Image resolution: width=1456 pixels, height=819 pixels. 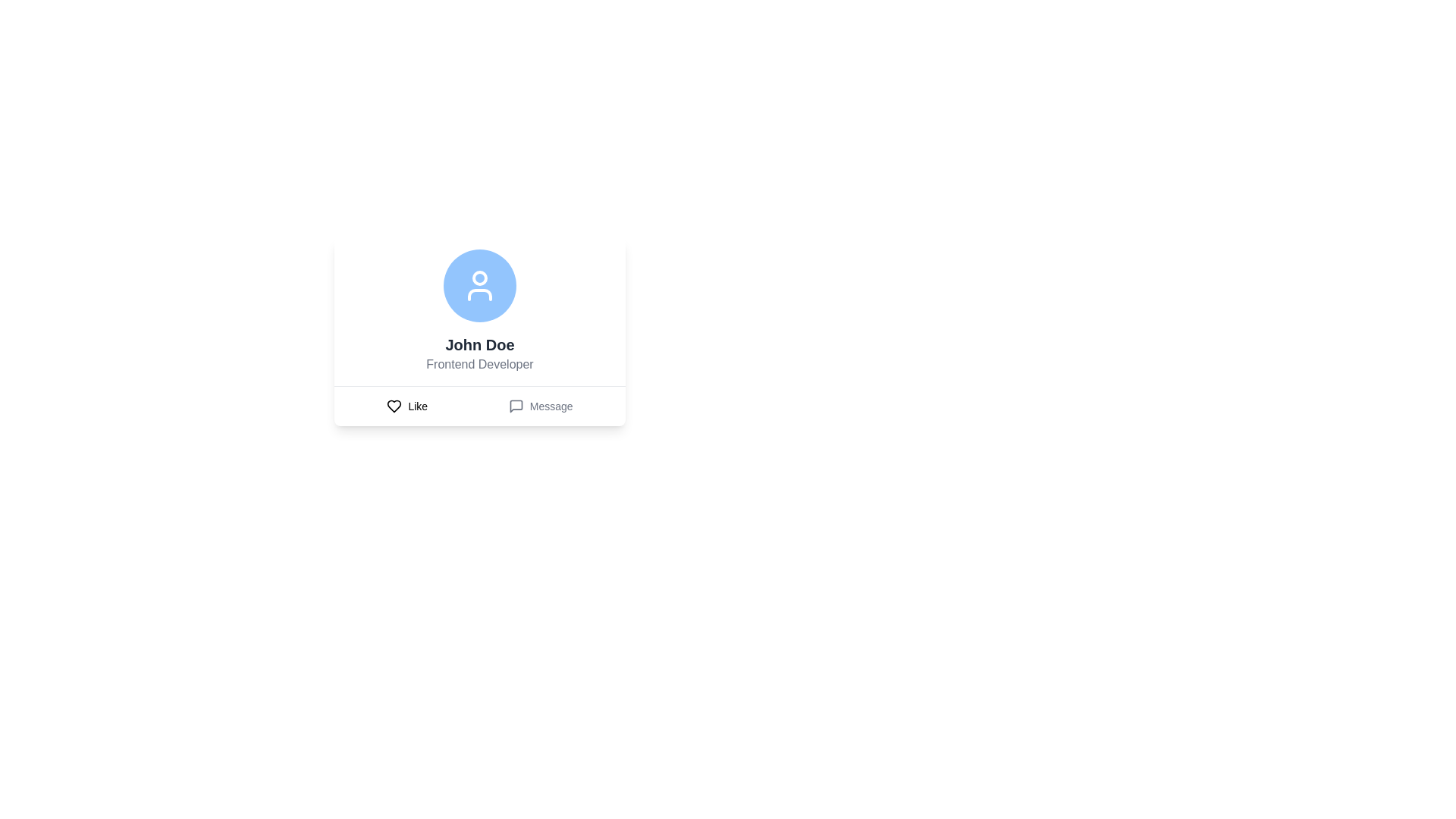 I want to click on the message icon, which resembles a small message square with rounded corners and a speech bubble tail, located next to the text 'Message' at the bottom right section of the card interface, so click(x=516, y=406).